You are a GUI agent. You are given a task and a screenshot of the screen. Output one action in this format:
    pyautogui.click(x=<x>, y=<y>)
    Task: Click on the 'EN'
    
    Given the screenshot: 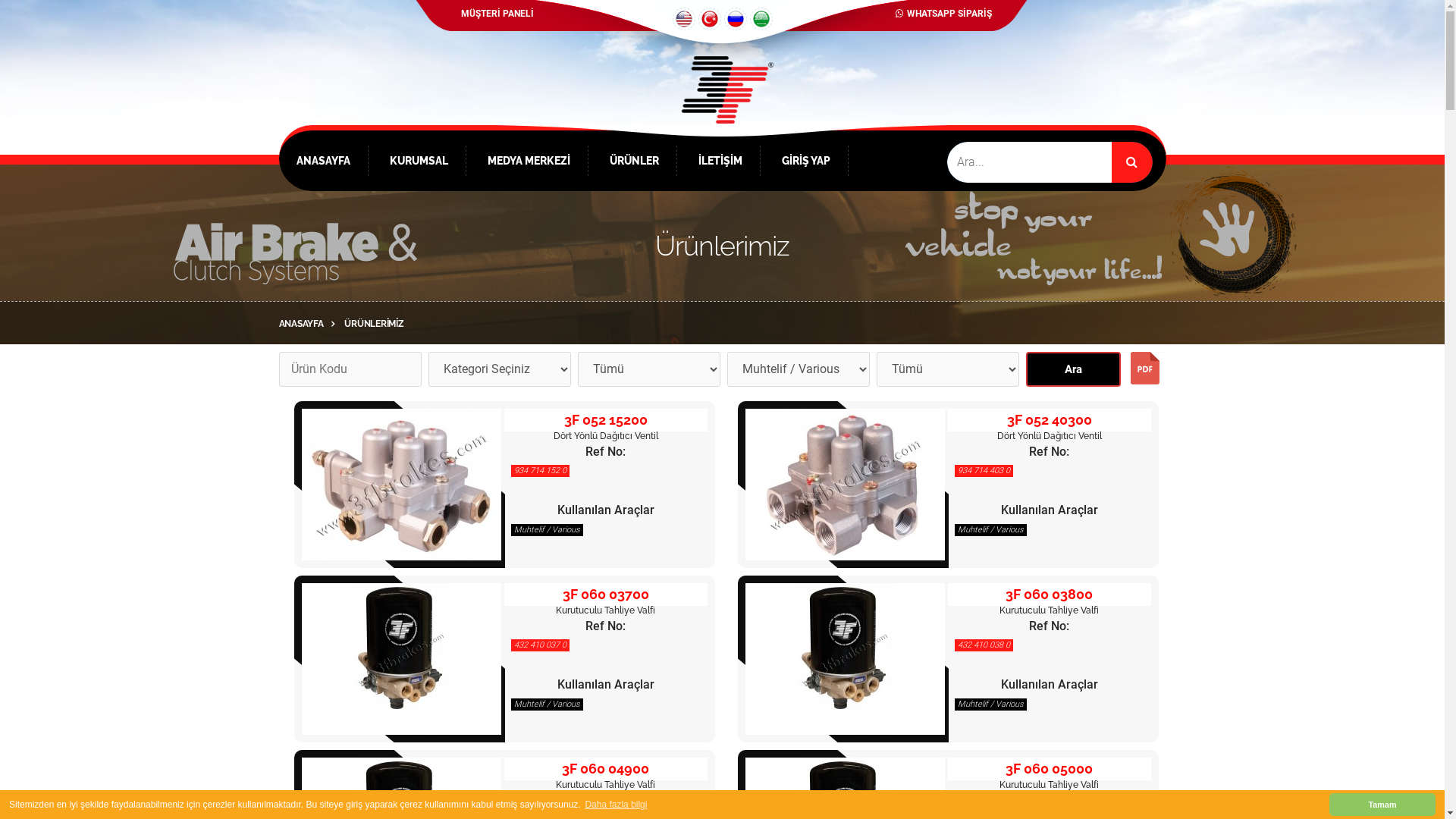 What is the action you would take?
    pyautogui.click(x=671, y=18)
    